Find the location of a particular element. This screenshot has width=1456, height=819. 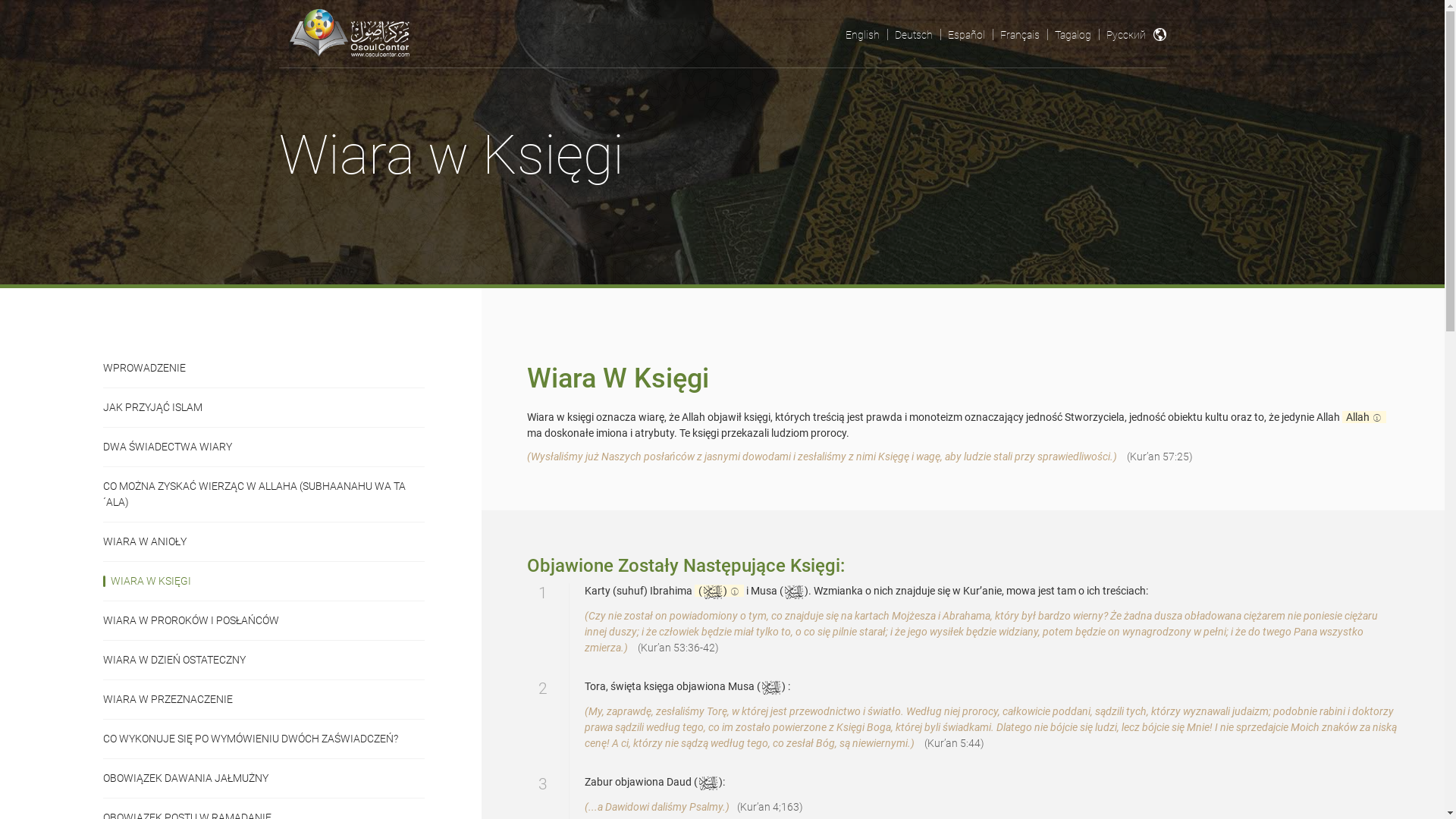

'Tagalog' is located at coordinates (1072, 34).